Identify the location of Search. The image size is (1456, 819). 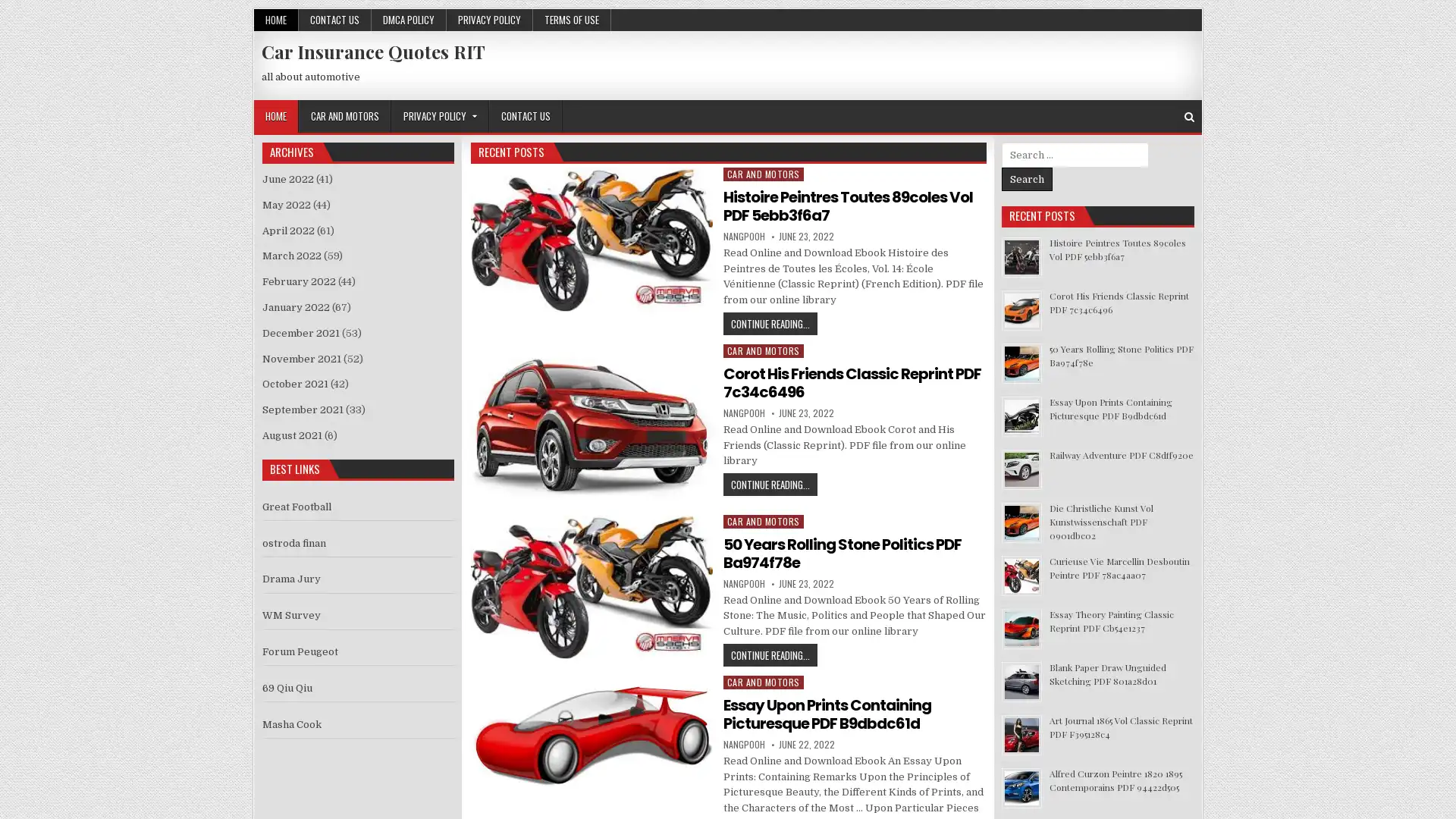
(1027, 178).